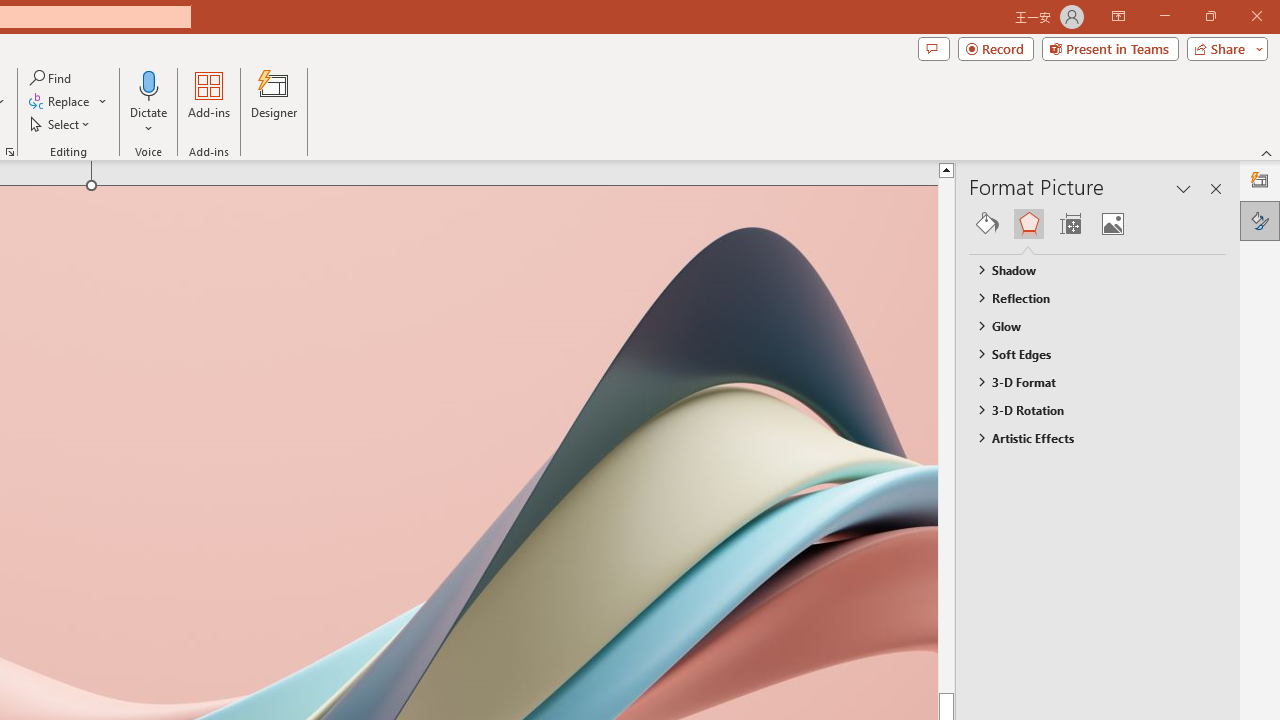  Describe the element at coordinates (1097, 223) in the screenshot. I see `'Class: NetUIGalleryContainer'` at that location.